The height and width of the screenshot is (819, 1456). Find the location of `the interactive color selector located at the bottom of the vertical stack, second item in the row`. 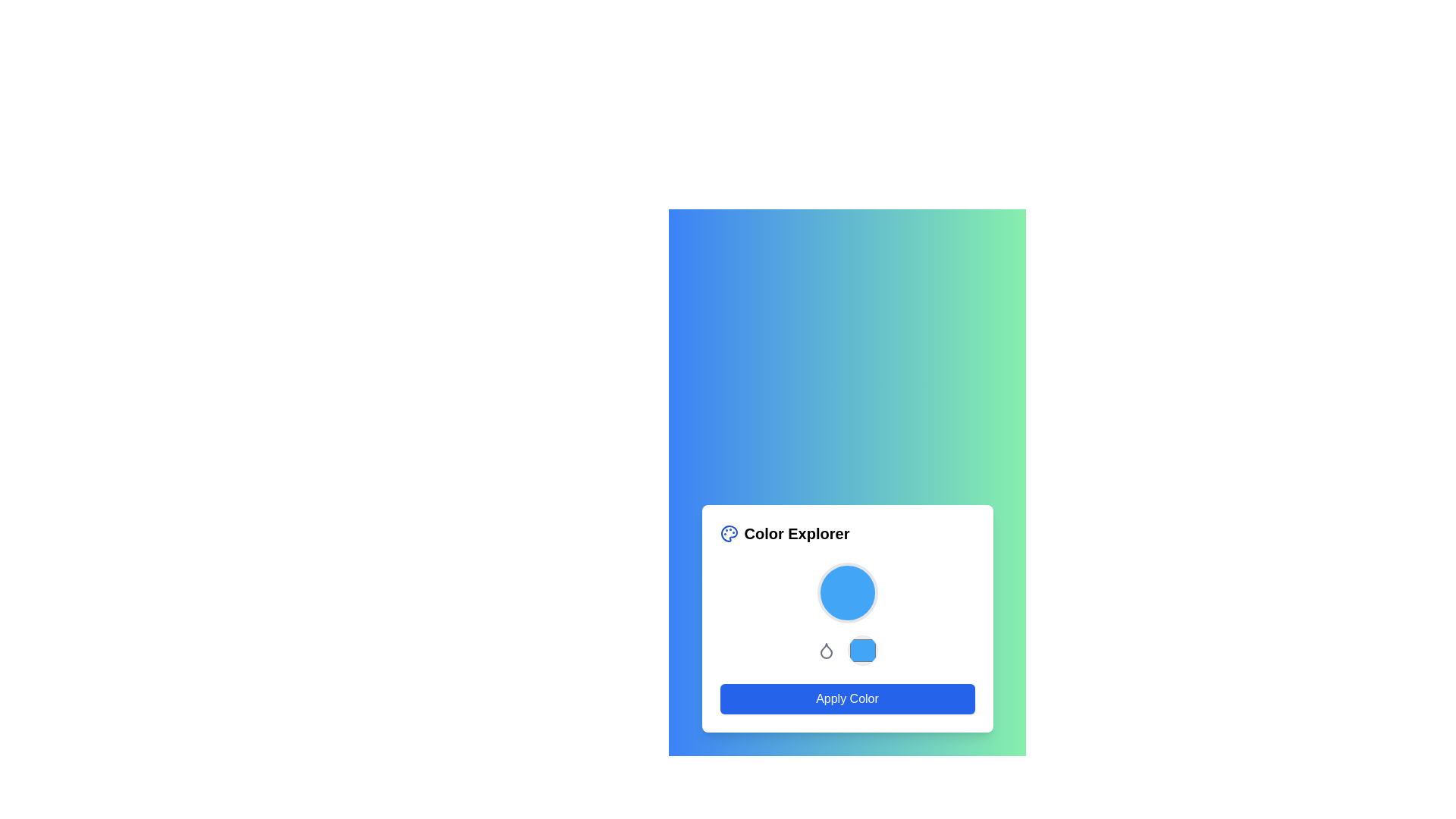

the interactive color selector located at the bottom of the vertical stack, second item in the row is located at coordinates (846, 649).